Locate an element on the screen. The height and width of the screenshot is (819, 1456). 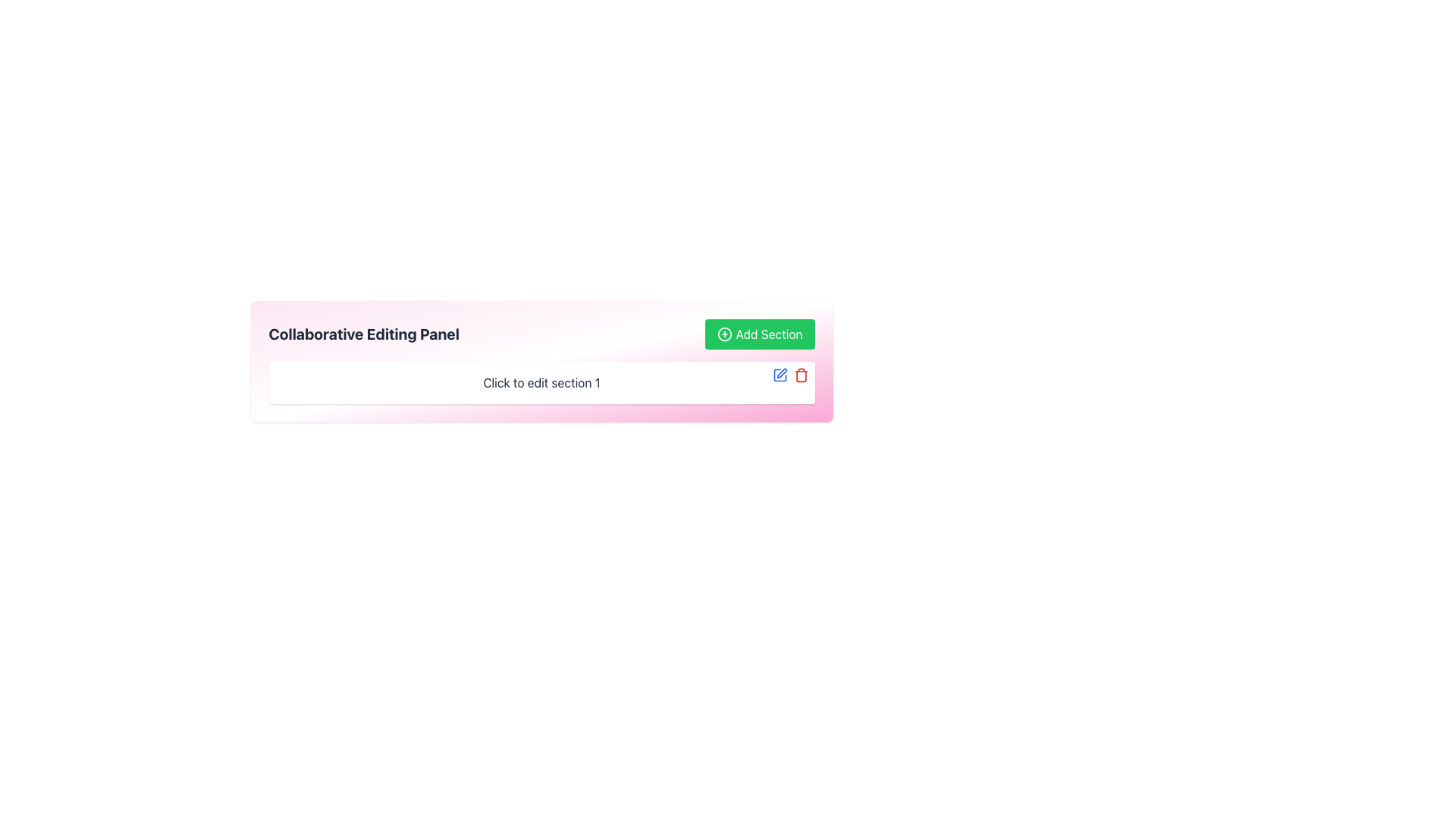
the button that adds a new section to the Collaborative Editing Panel, located on the right-hand side of the header area, next to the title element is located at coordinates (760, 333).